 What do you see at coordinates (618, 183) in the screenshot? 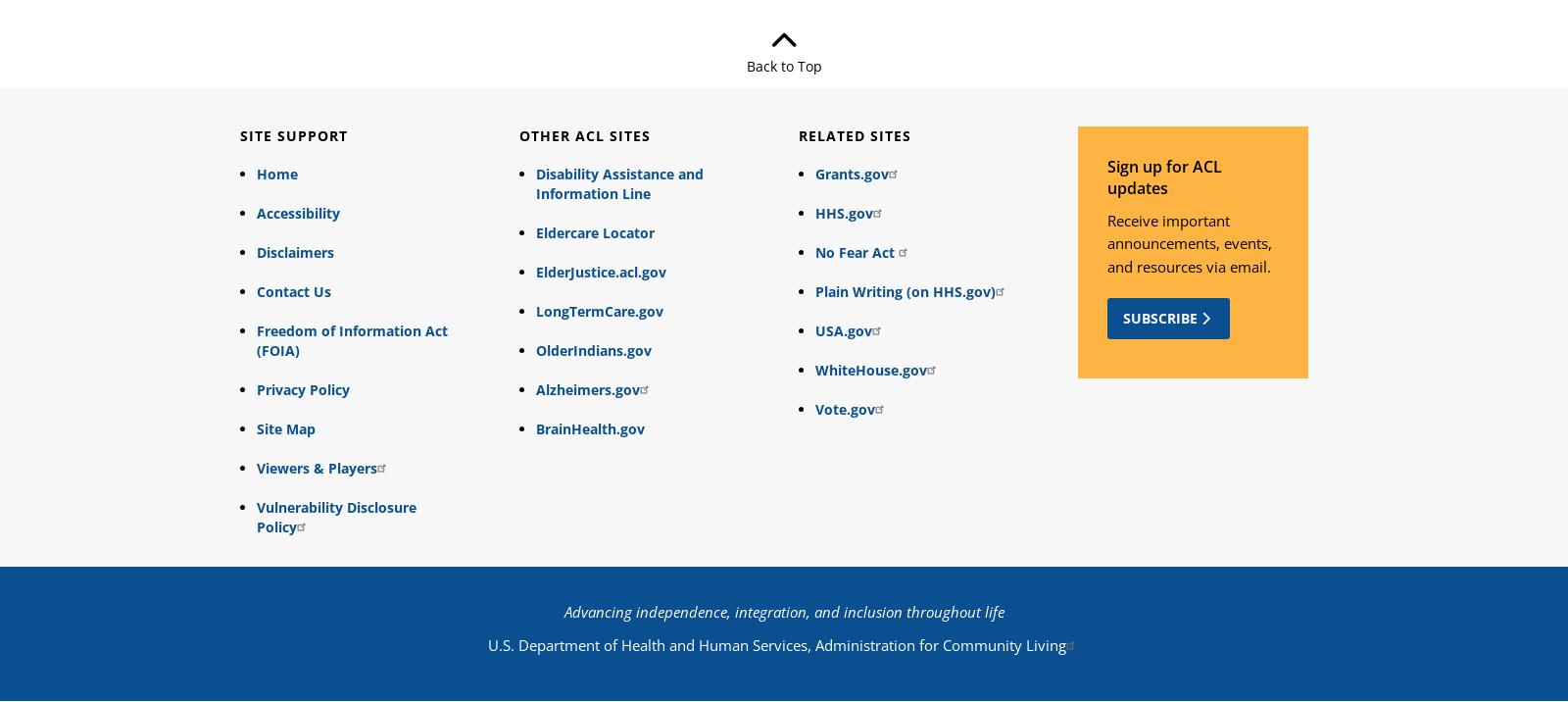
I see `'Disability Assistance and Information Line'` at bounding box center [618, 183].